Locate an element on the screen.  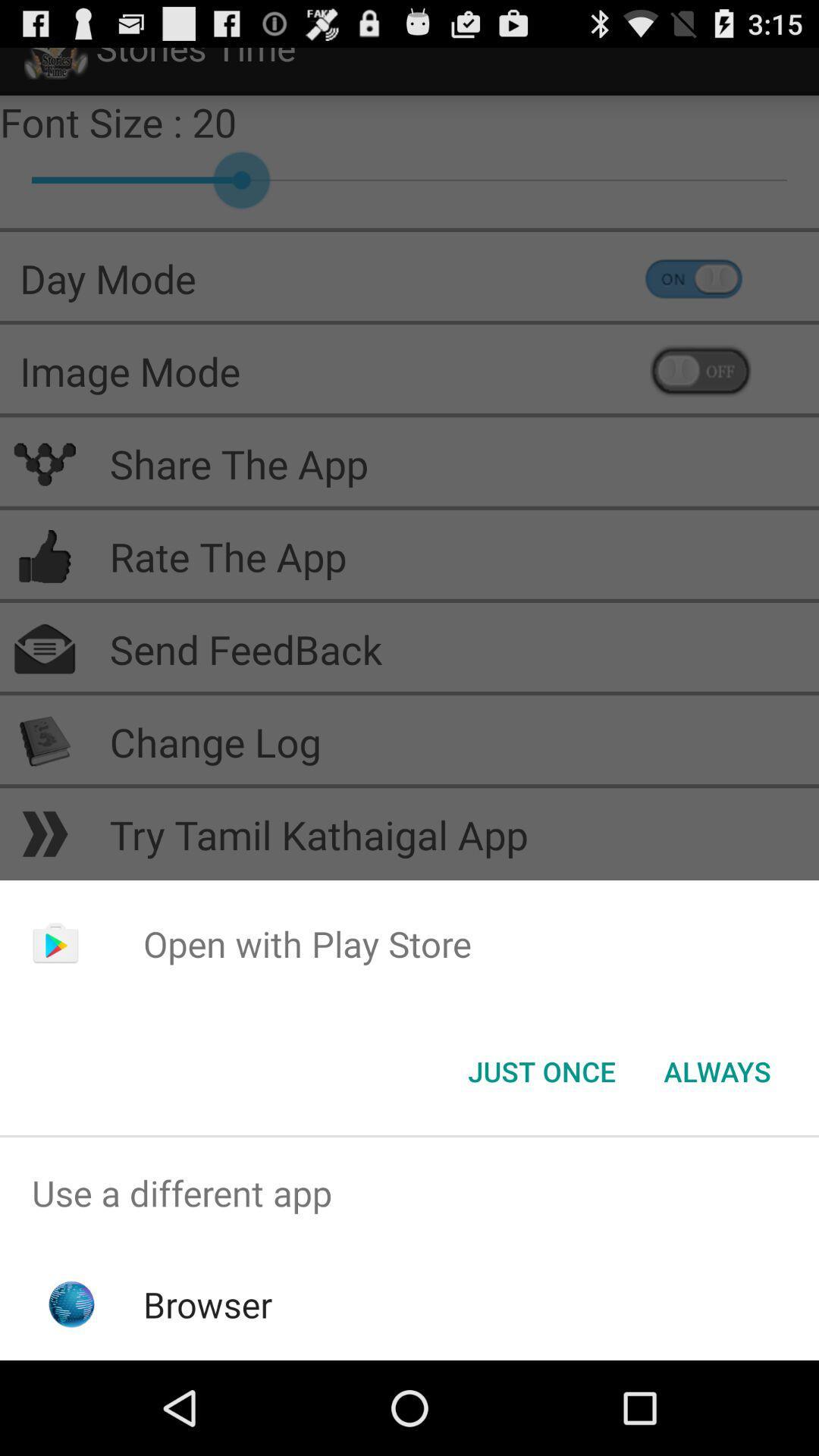
icon next to the just once is located at coordinates (717, 1070).